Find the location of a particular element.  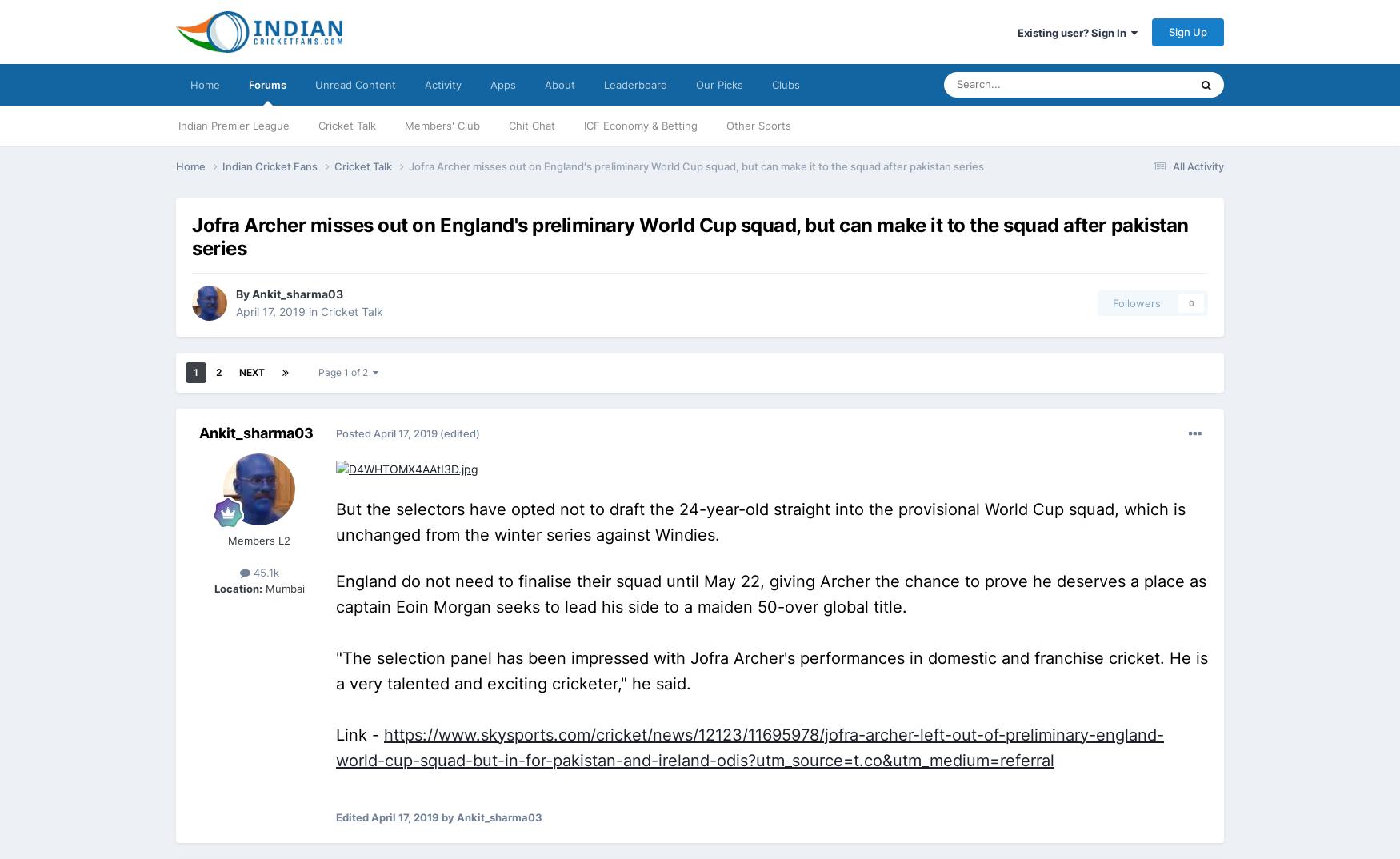

'Posted' is located at coordinates (354, 433).